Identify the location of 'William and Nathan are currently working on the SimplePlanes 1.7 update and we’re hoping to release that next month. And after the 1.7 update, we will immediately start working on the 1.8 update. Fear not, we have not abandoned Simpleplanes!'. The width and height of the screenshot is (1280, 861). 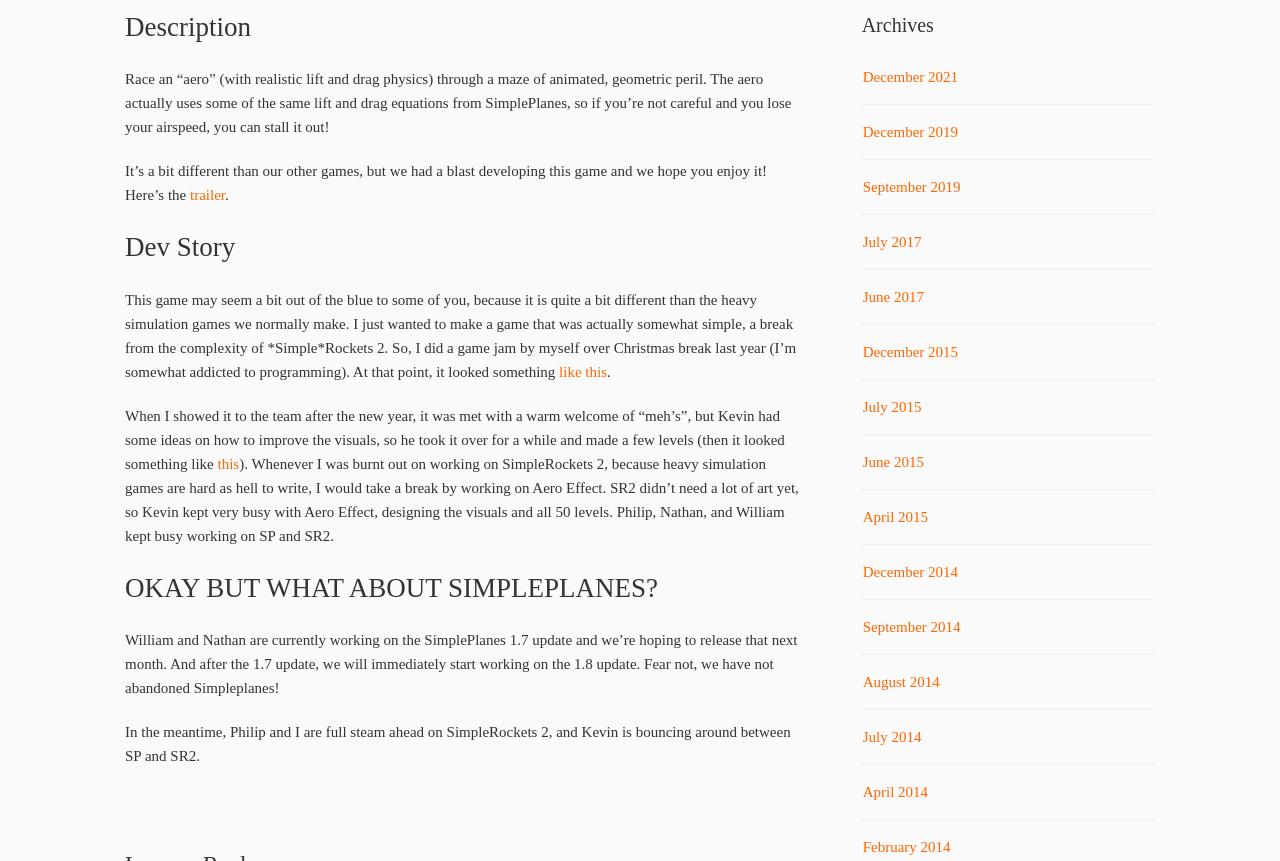
(124, 664).